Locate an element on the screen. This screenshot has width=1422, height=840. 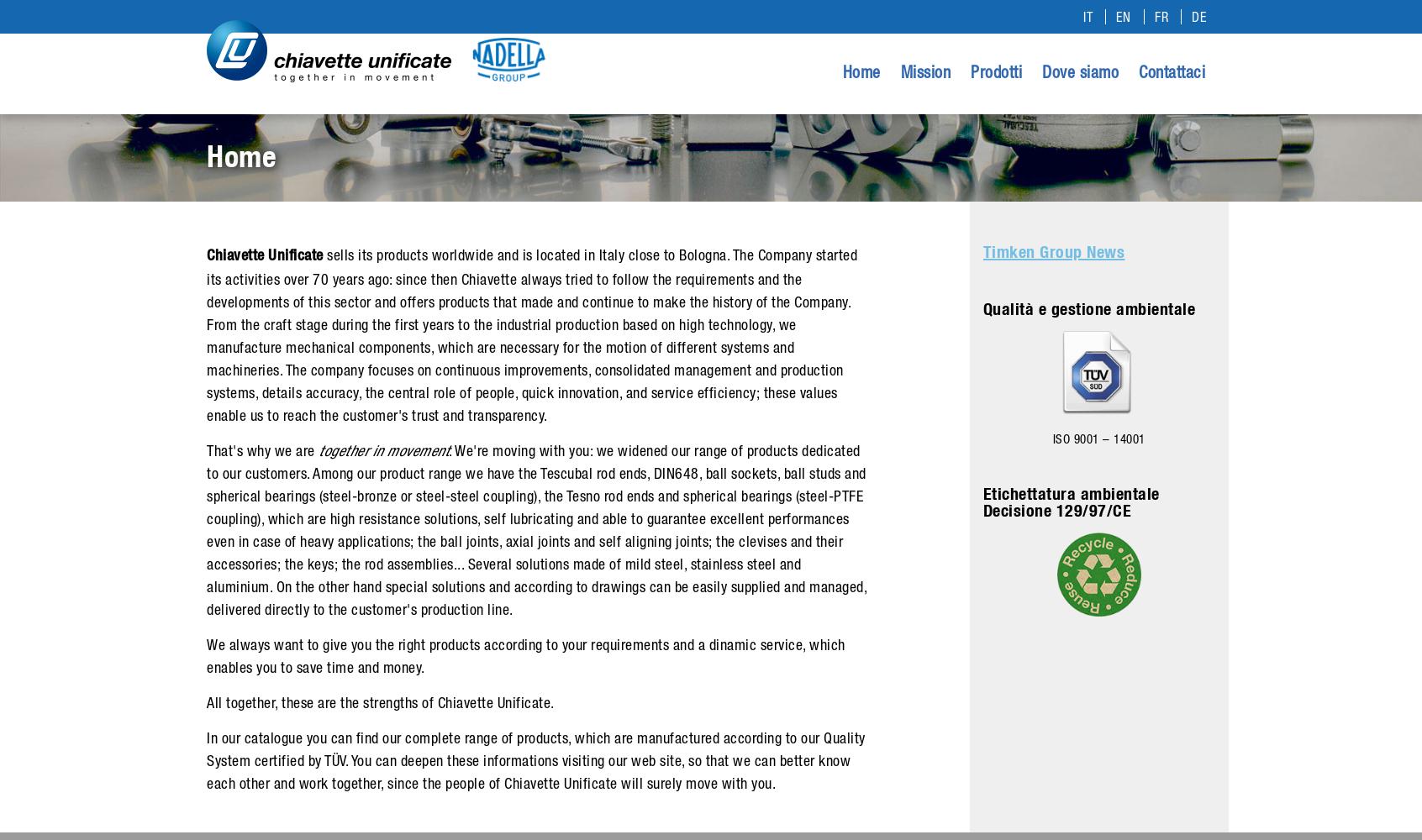
'Etichettatura ambientale Decisione 129/97/CE' is located at coordinates (1070, 501).